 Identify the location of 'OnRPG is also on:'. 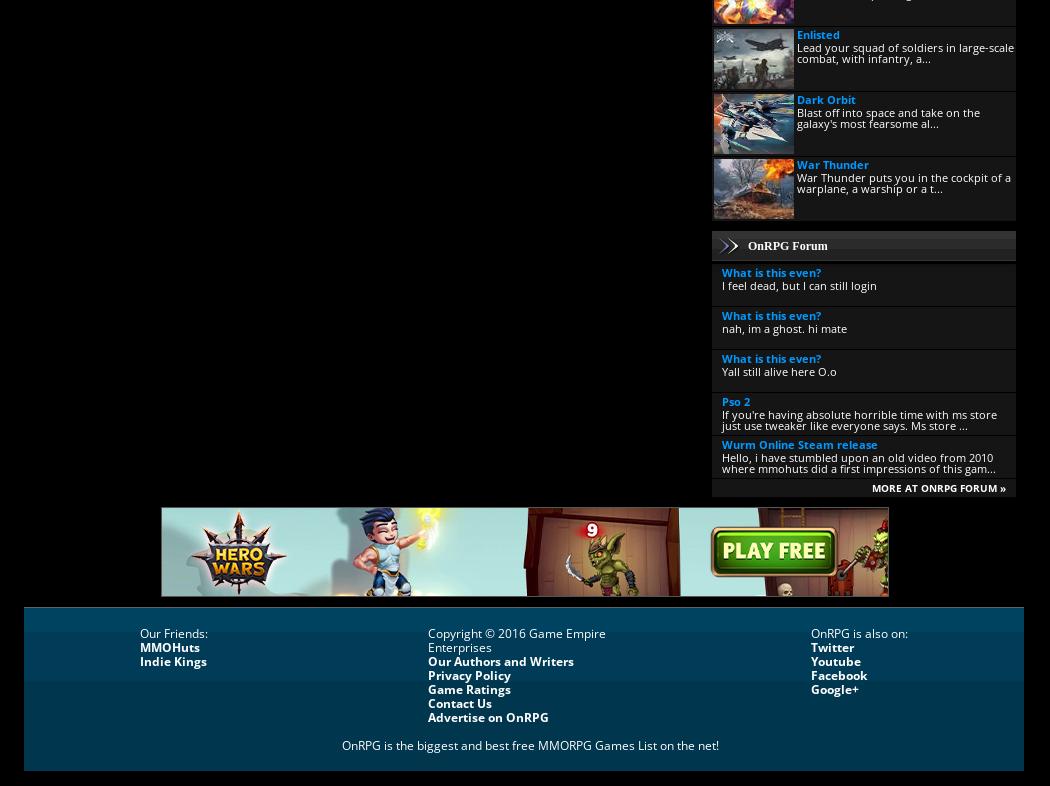
(859, 633).